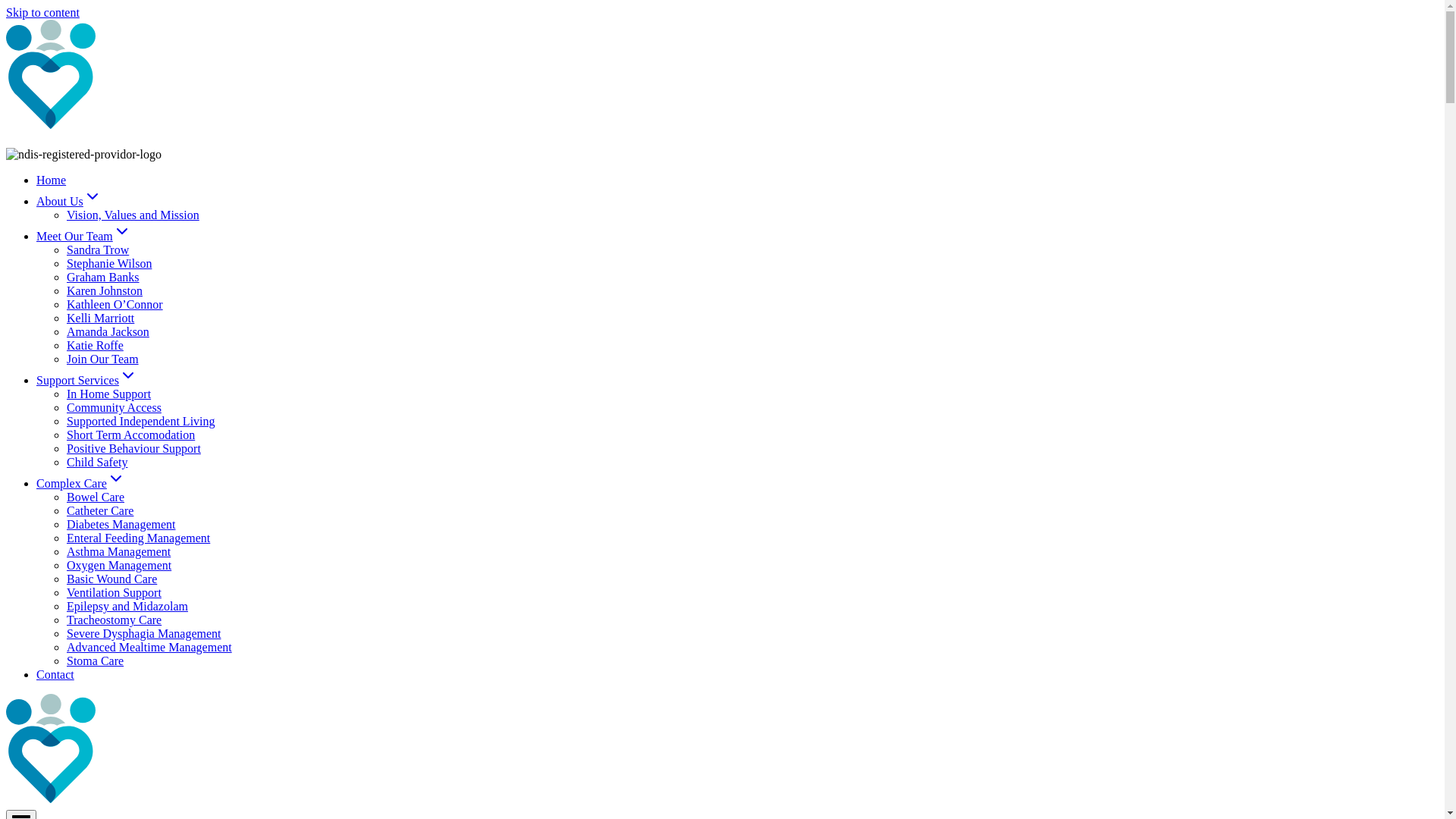 The height and width of the screenshot is (819, 1456). Describe the element at coordinates (138, 537) in the screenshot. I see `'Enteral Feeding Management'` at that location.